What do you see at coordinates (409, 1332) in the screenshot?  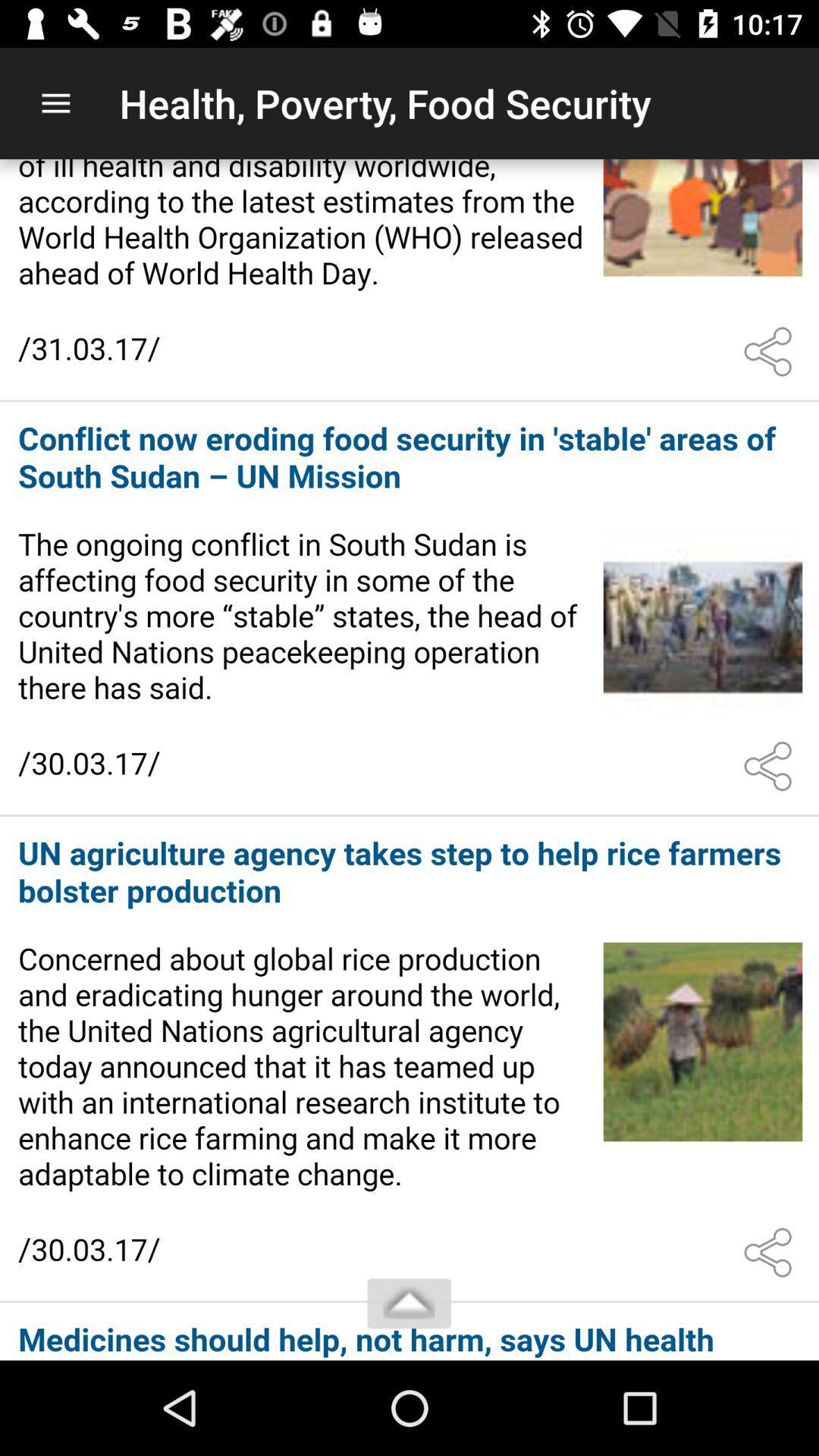 I see `connect to advertisement` at bounding box center [409, 1332].